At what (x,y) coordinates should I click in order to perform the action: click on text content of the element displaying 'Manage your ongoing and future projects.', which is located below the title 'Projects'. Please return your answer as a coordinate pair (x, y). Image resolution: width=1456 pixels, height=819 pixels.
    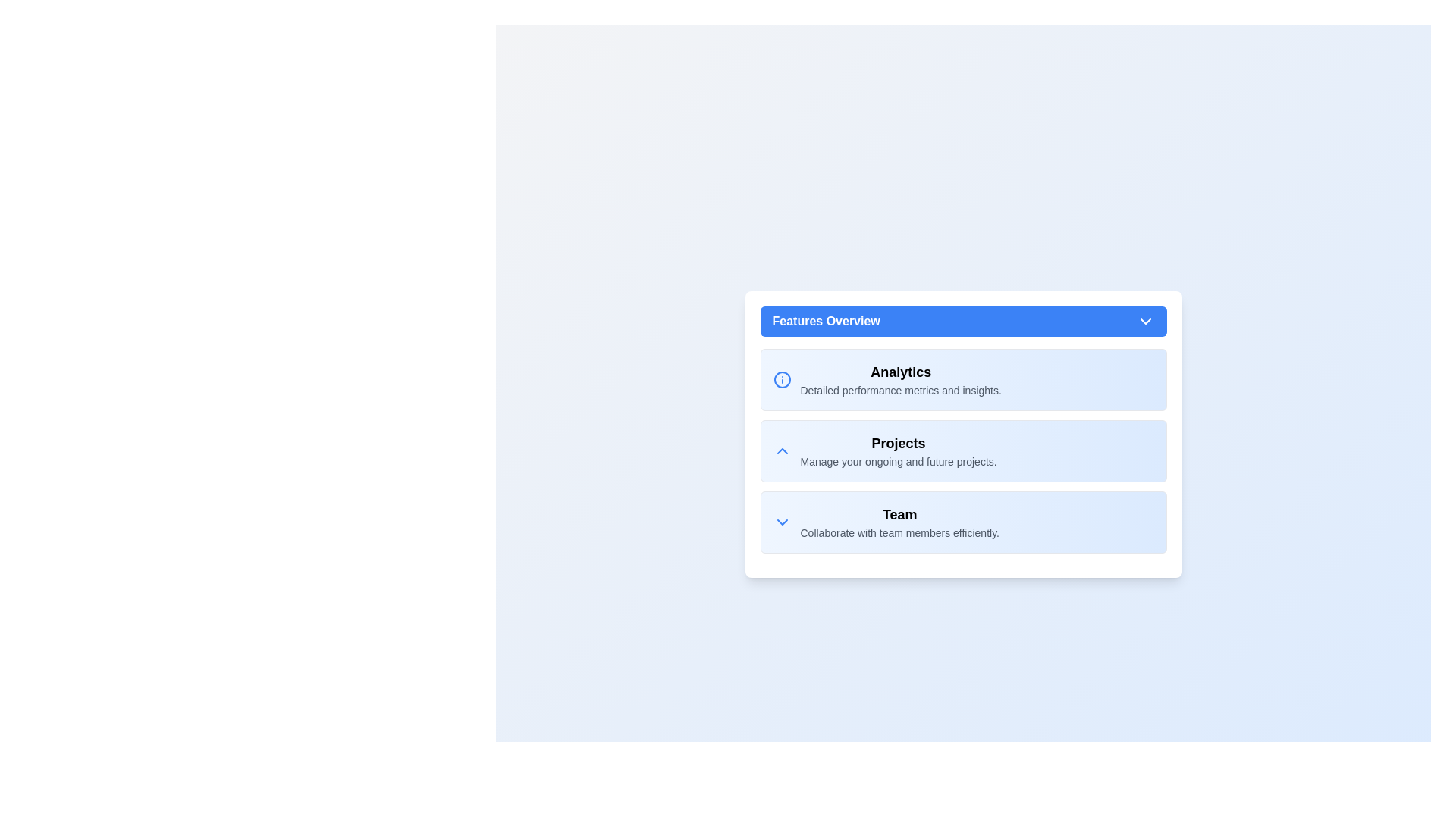
    Looking at the image, I should click on (899, 461).